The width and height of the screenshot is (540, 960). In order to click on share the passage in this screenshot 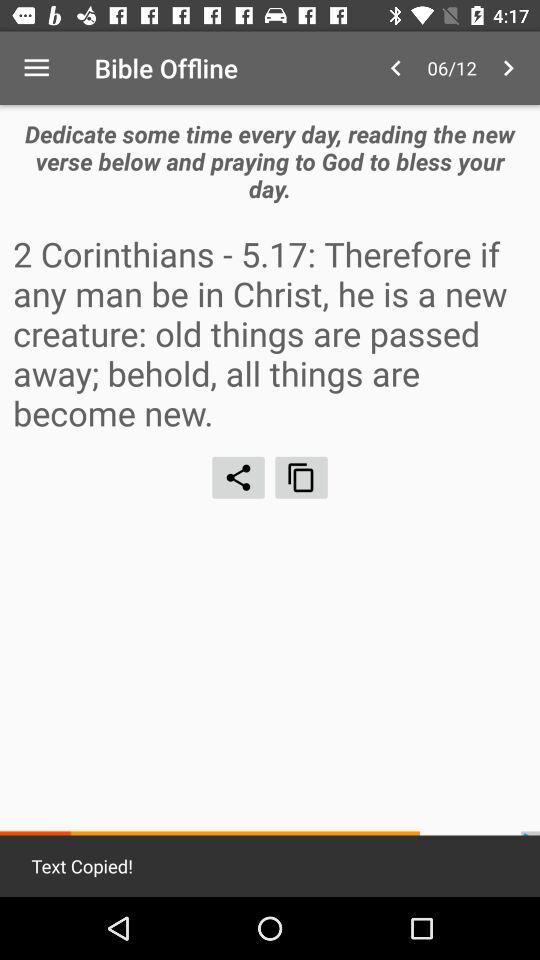, I will do `click(238, 477)`.